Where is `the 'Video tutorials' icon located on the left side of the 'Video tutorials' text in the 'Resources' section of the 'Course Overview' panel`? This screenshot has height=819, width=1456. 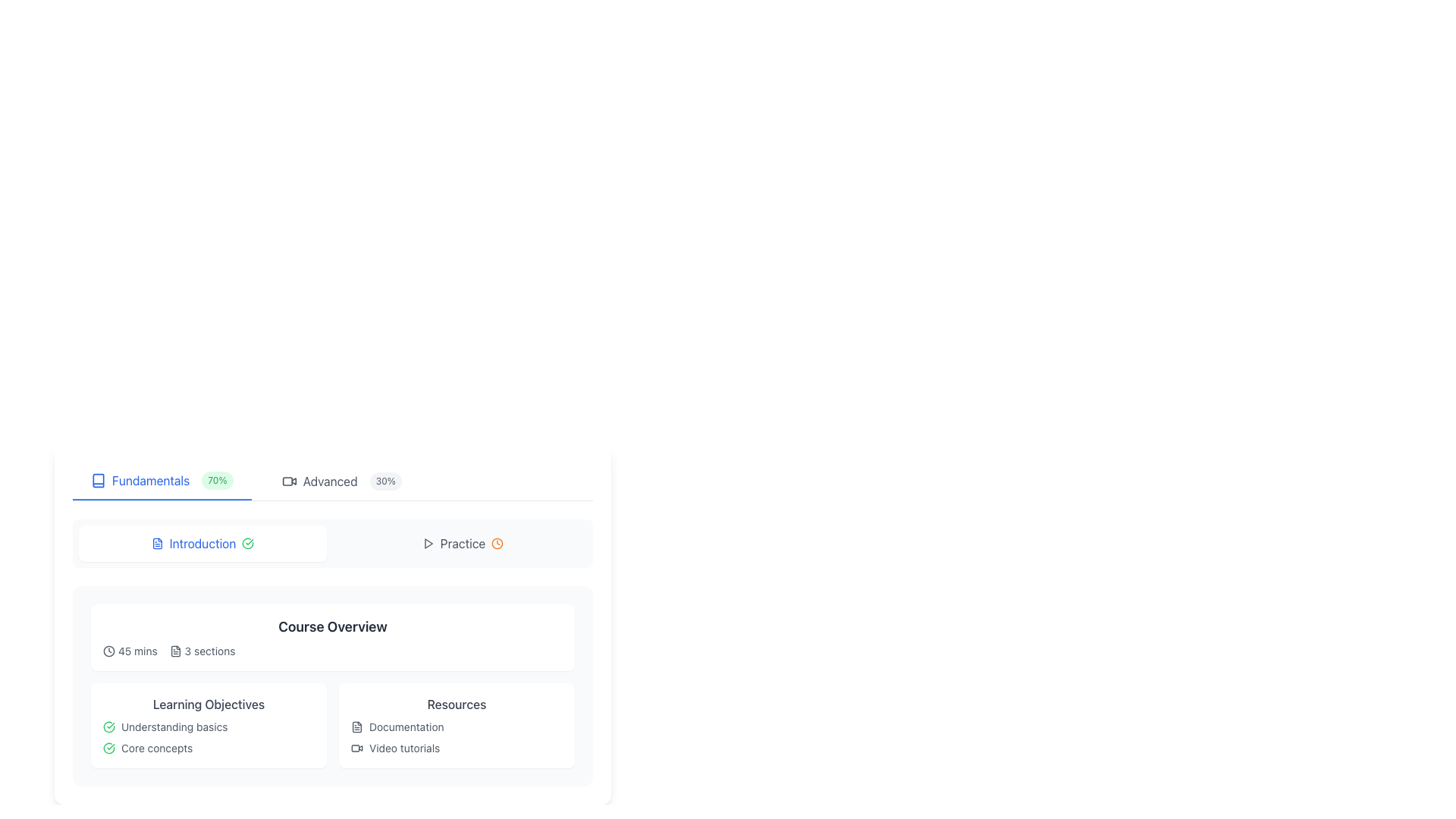 the 'Video tutorials' icon located on the left side of the 'Video tutorials' text in the 'Resources' section of the 'Course Overview' panel is located at coordinates (356, 748).